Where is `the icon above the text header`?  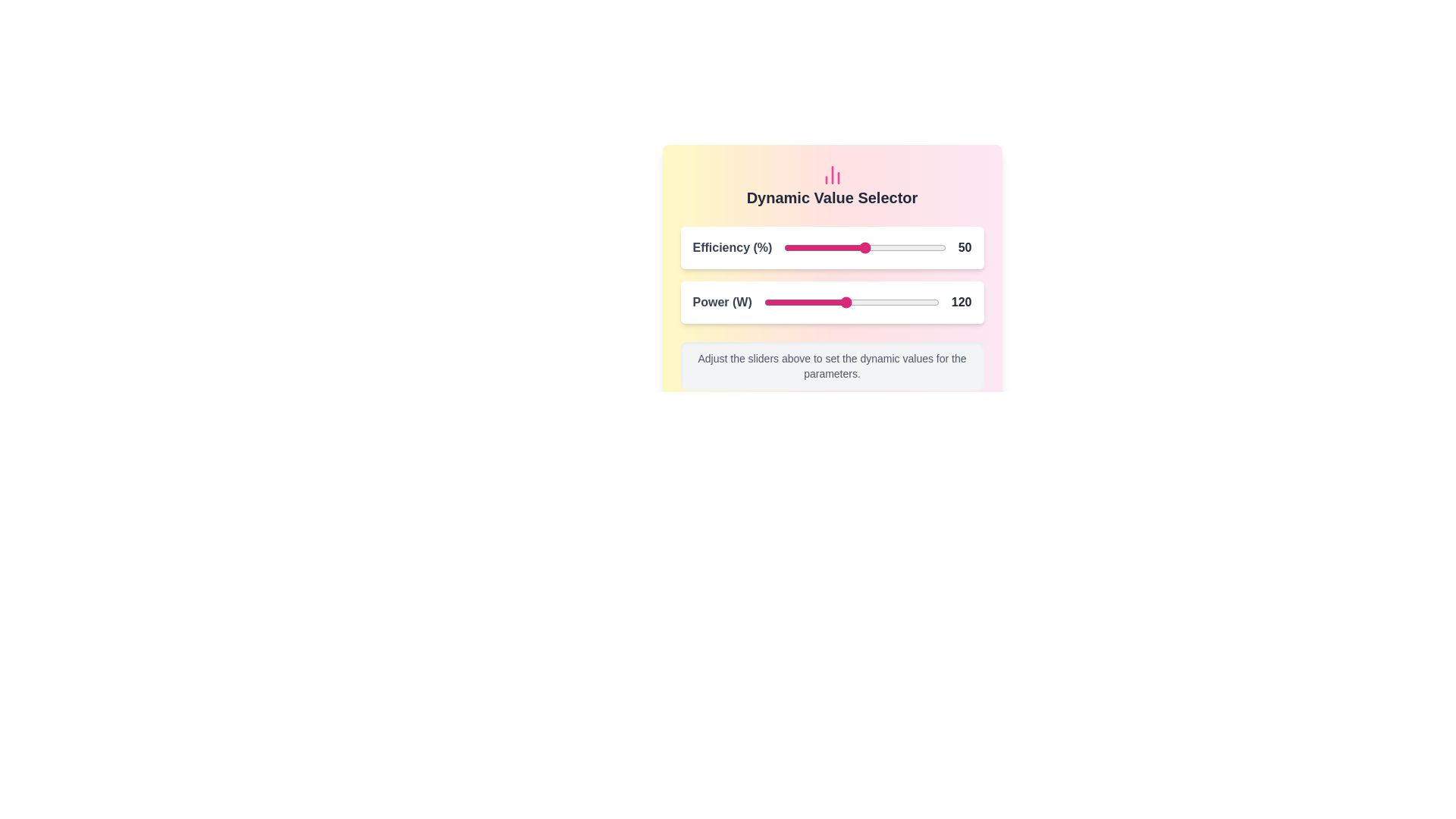 the icon above the text header is located at coordinates (831, 174).